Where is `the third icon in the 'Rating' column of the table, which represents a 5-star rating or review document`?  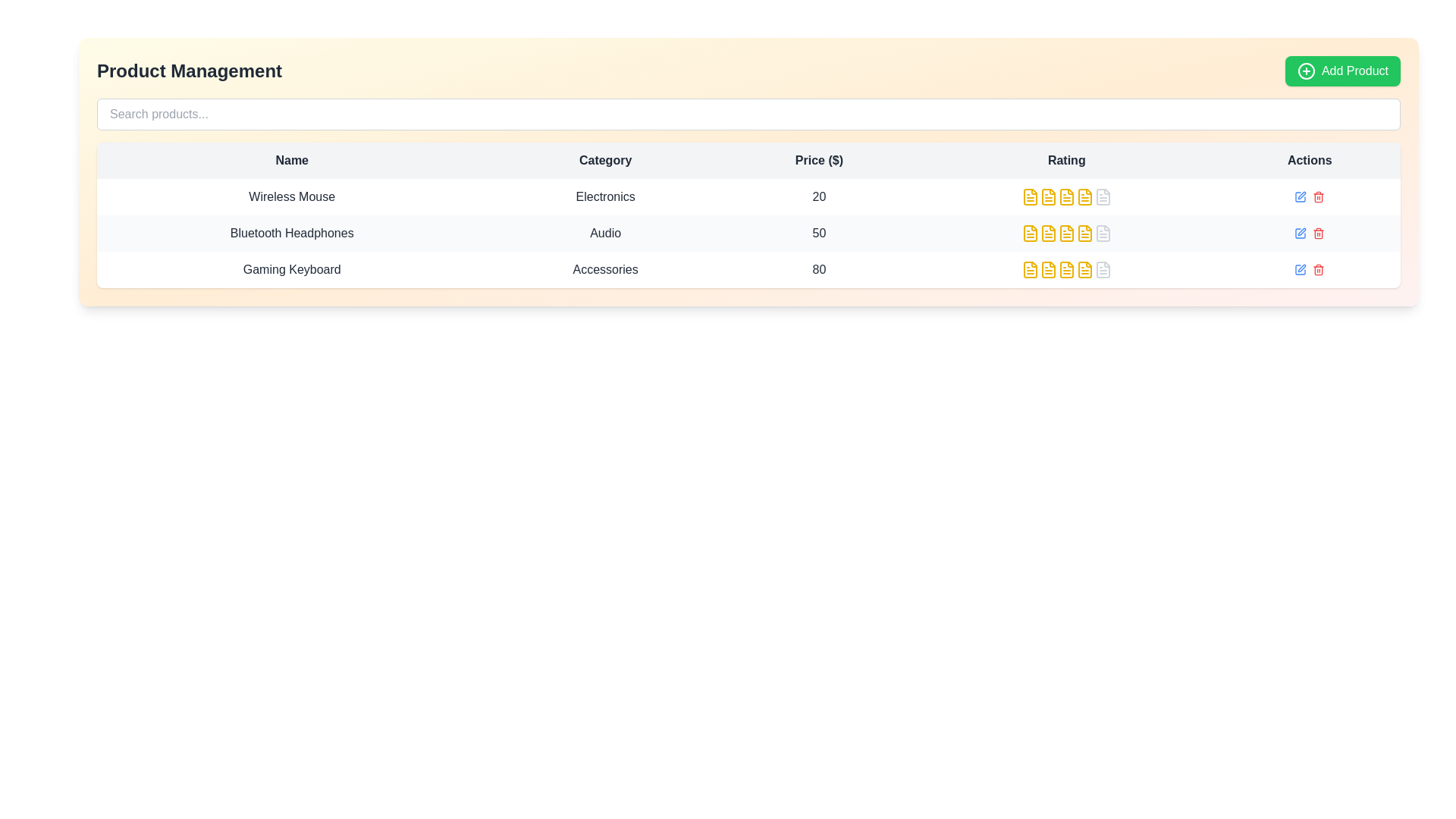 the third icon in the 'Rating' column of the table, which represents a 5-star rating or review document is located at coordinates (1047, 234).